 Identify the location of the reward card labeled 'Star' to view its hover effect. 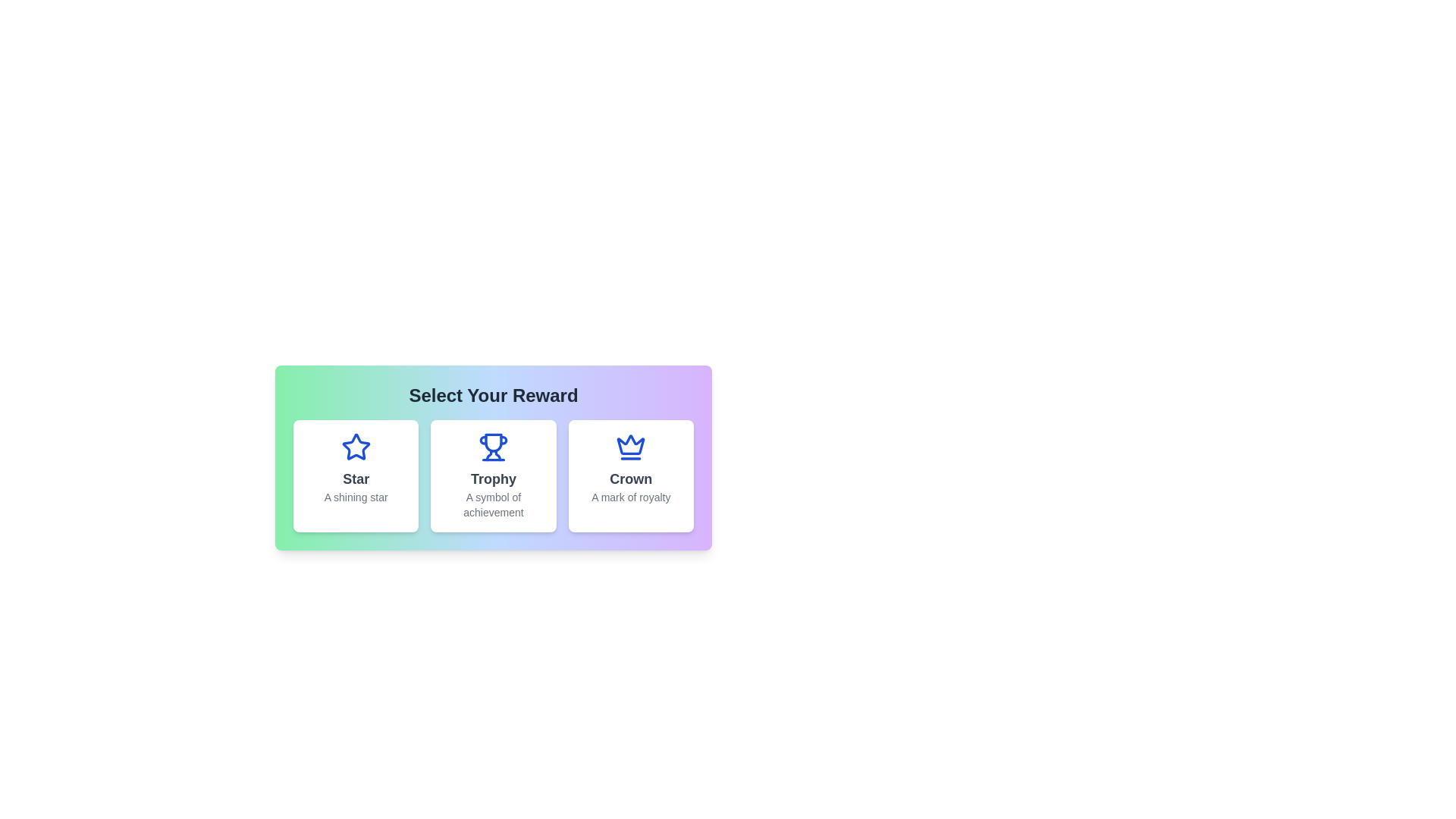
(355, 475).